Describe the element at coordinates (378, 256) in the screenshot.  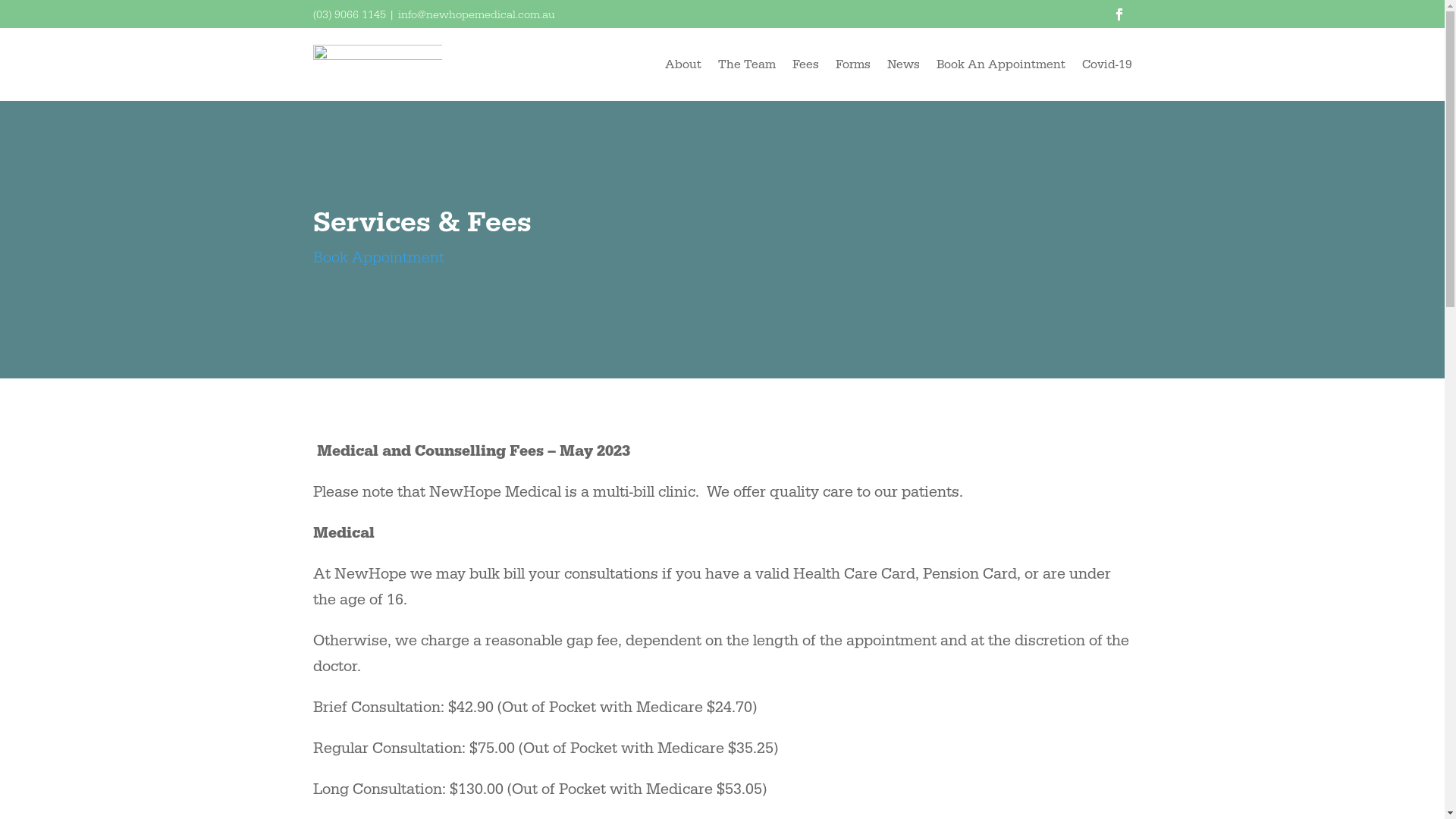
I see `'Book Appointment'` at that location.